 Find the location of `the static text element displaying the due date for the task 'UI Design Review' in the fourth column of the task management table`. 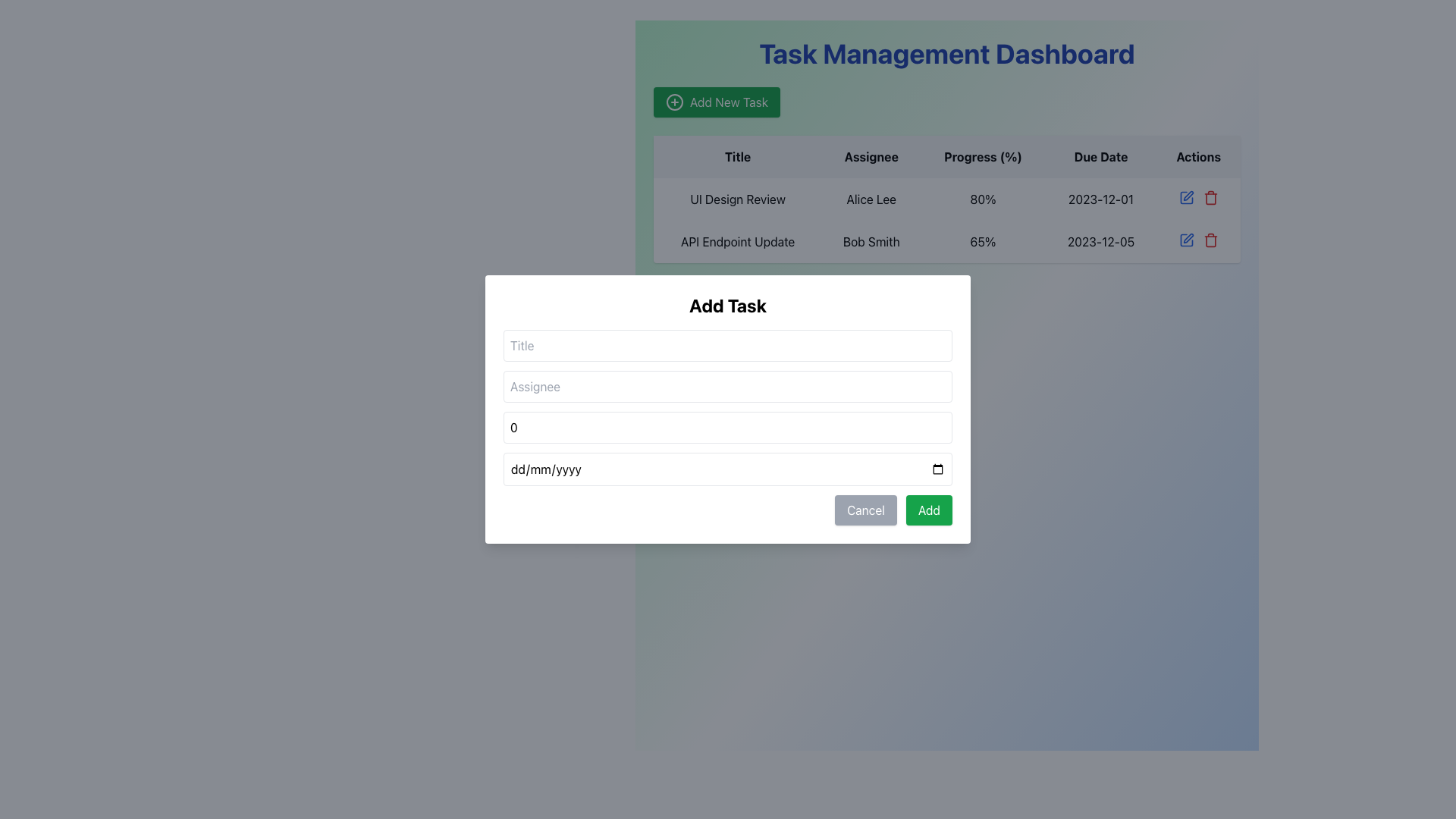

the static text element displaying the due date for the task 'UI Design Review' in the fourth column of the task management table is located at coordinates (1101, 198).